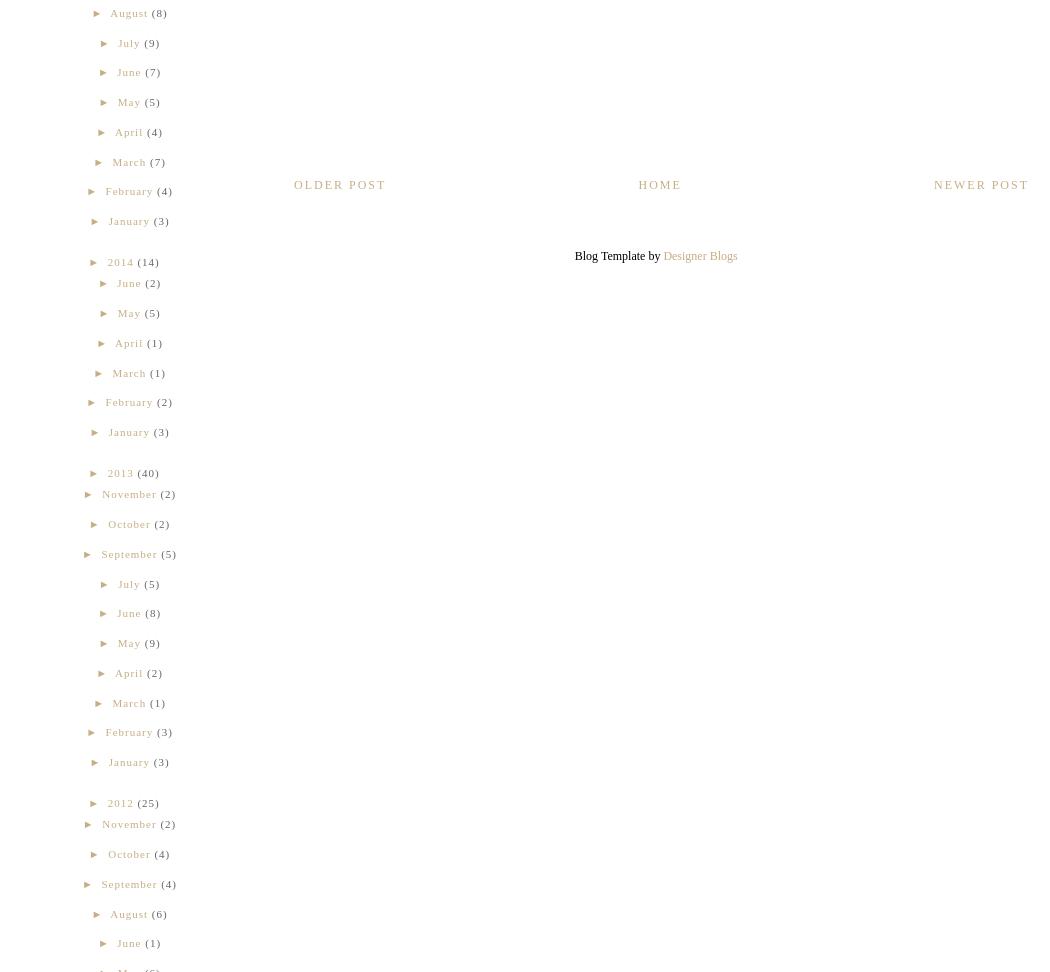 The width and height of the screenshot is (1050, 972). I want to click on 'Blog Template by', so click(618, 254).